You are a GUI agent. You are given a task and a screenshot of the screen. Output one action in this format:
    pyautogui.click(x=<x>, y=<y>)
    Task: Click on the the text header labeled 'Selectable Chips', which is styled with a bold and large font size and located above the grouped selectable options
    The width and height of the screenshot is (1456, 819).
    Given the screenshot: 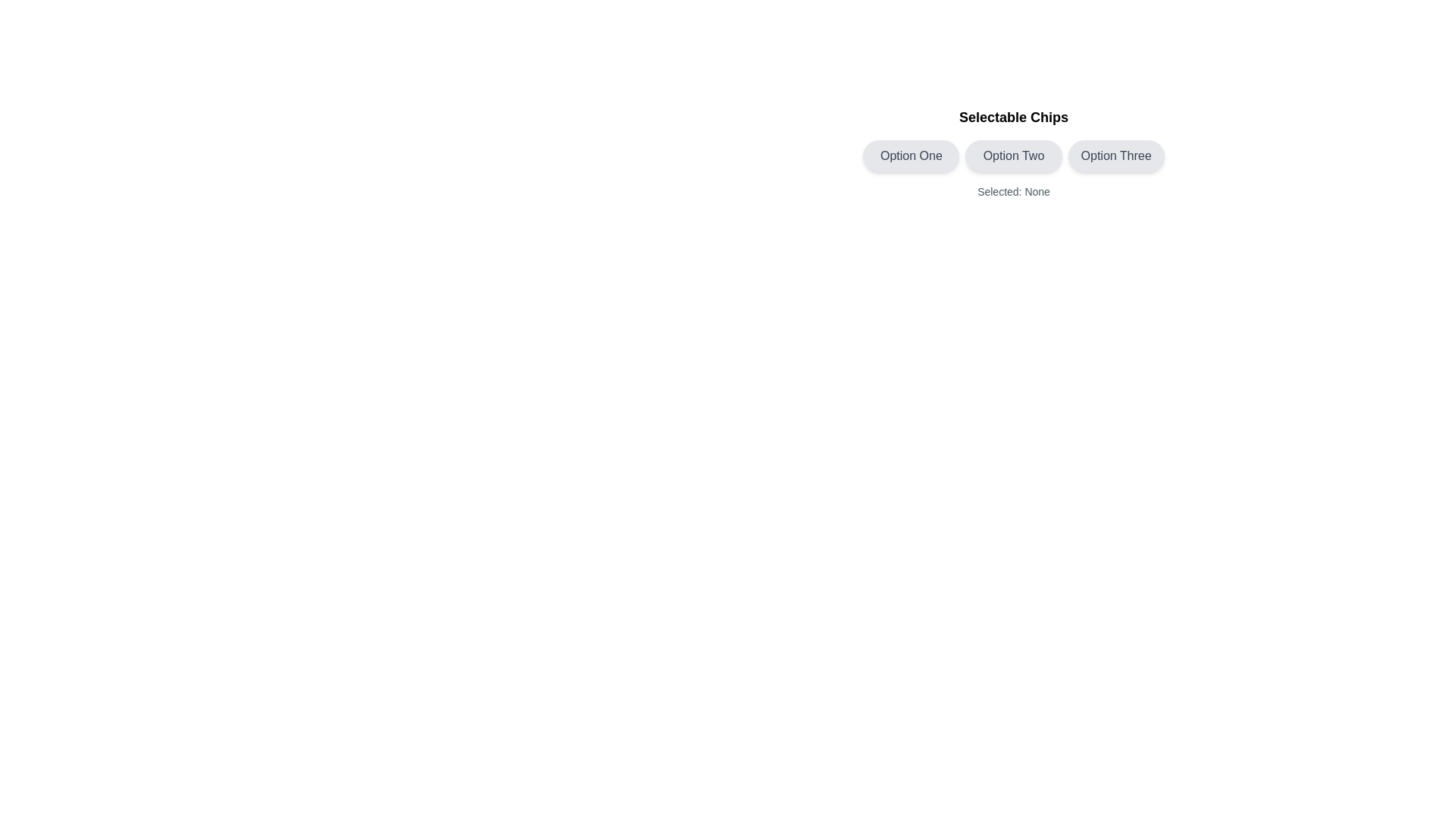 What is the action you would take?
    pyautogui.click(x=1014, y=116)
    